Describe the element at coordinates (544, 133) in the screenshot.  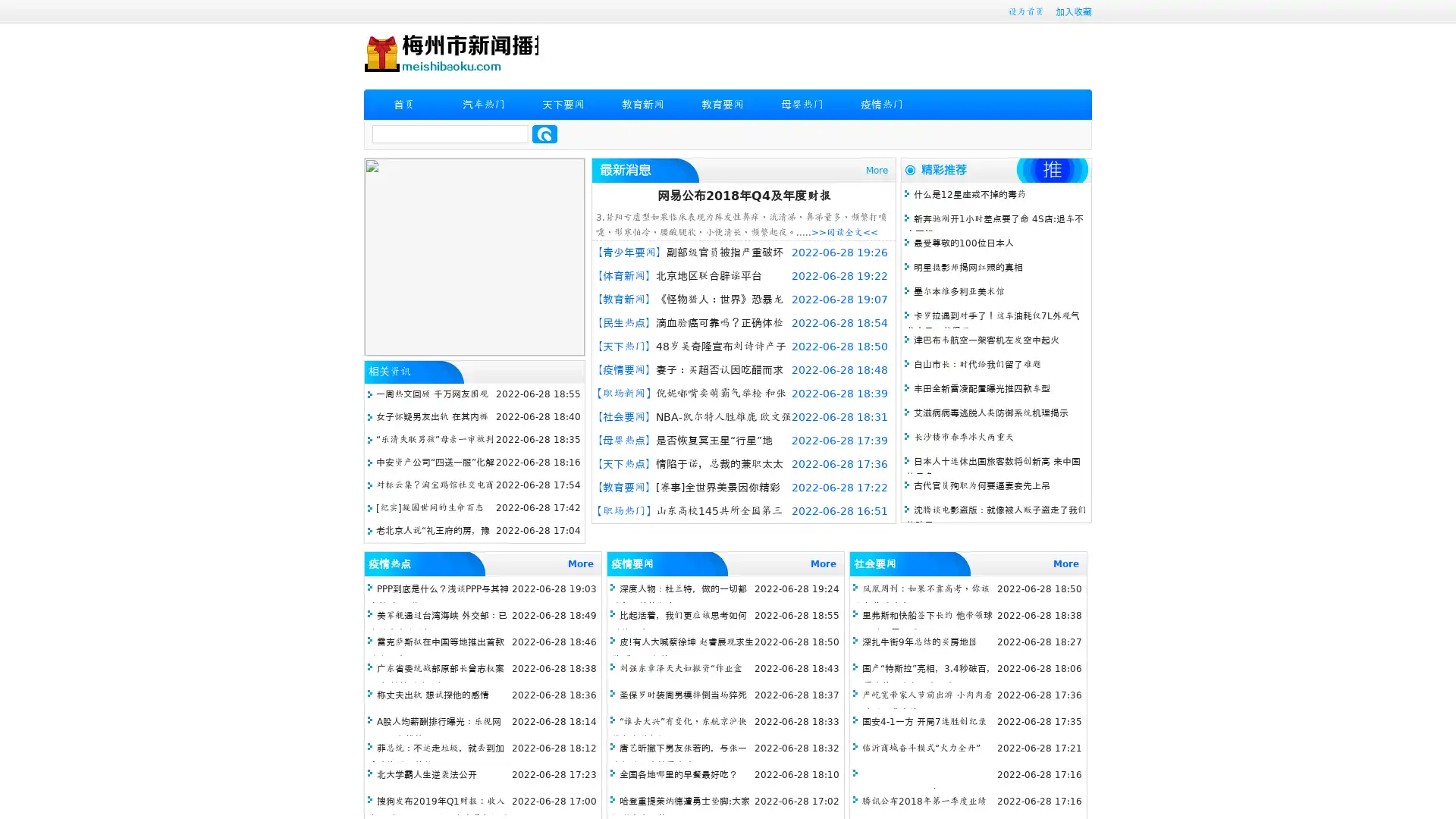
I see `Search` at that location.